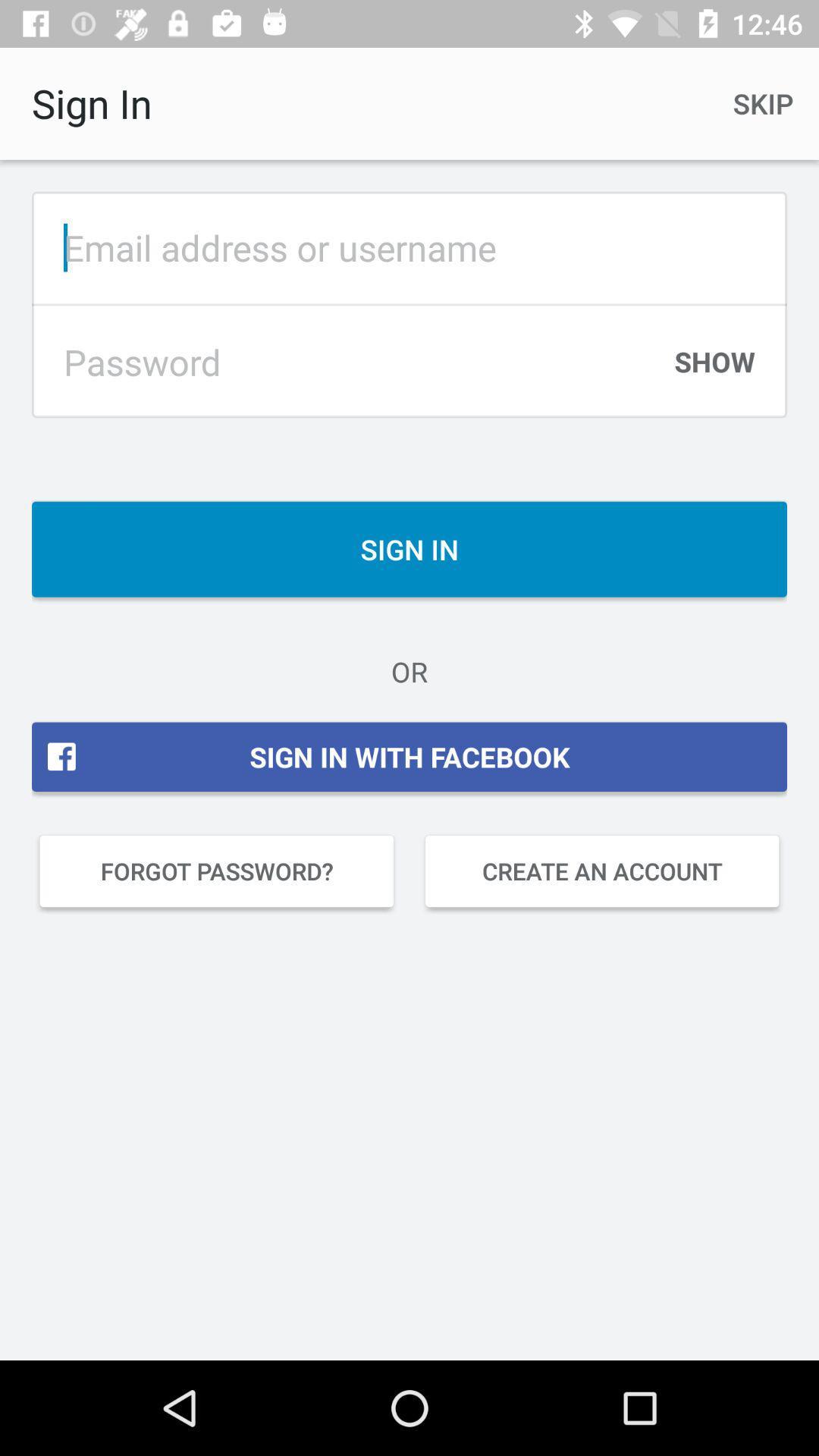 This screenshot has height=1456, width=819. I want to click on item next to sign in icon, so click(763, 102).